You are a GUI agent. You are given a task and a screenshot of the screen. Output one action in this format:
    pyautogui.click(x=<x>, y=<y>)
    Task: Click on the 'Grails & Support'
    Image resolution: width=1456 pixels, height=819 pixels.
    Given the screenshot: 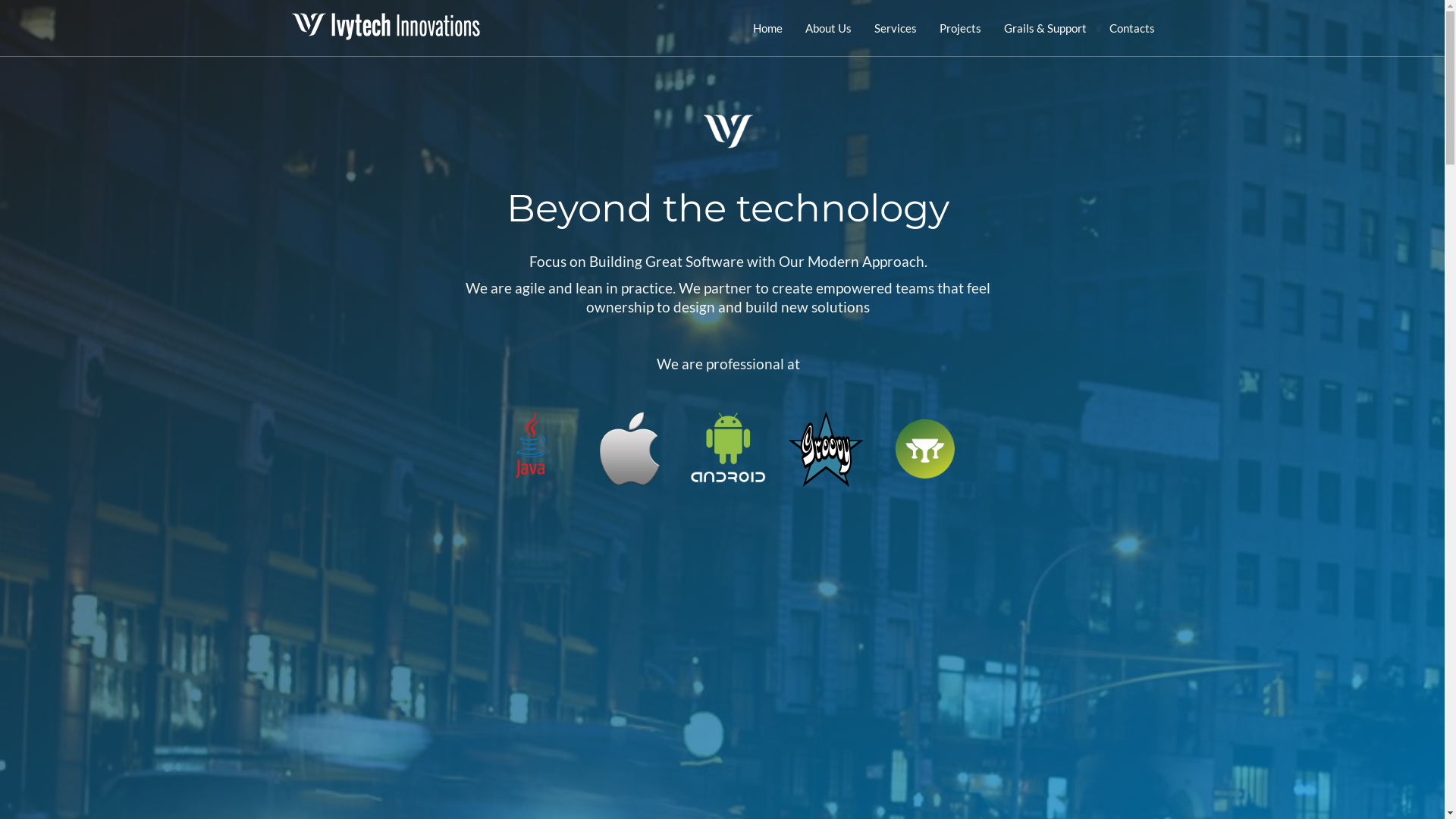 What is the action you would take?
    pyautogui.click(x=1043, y=28)
    